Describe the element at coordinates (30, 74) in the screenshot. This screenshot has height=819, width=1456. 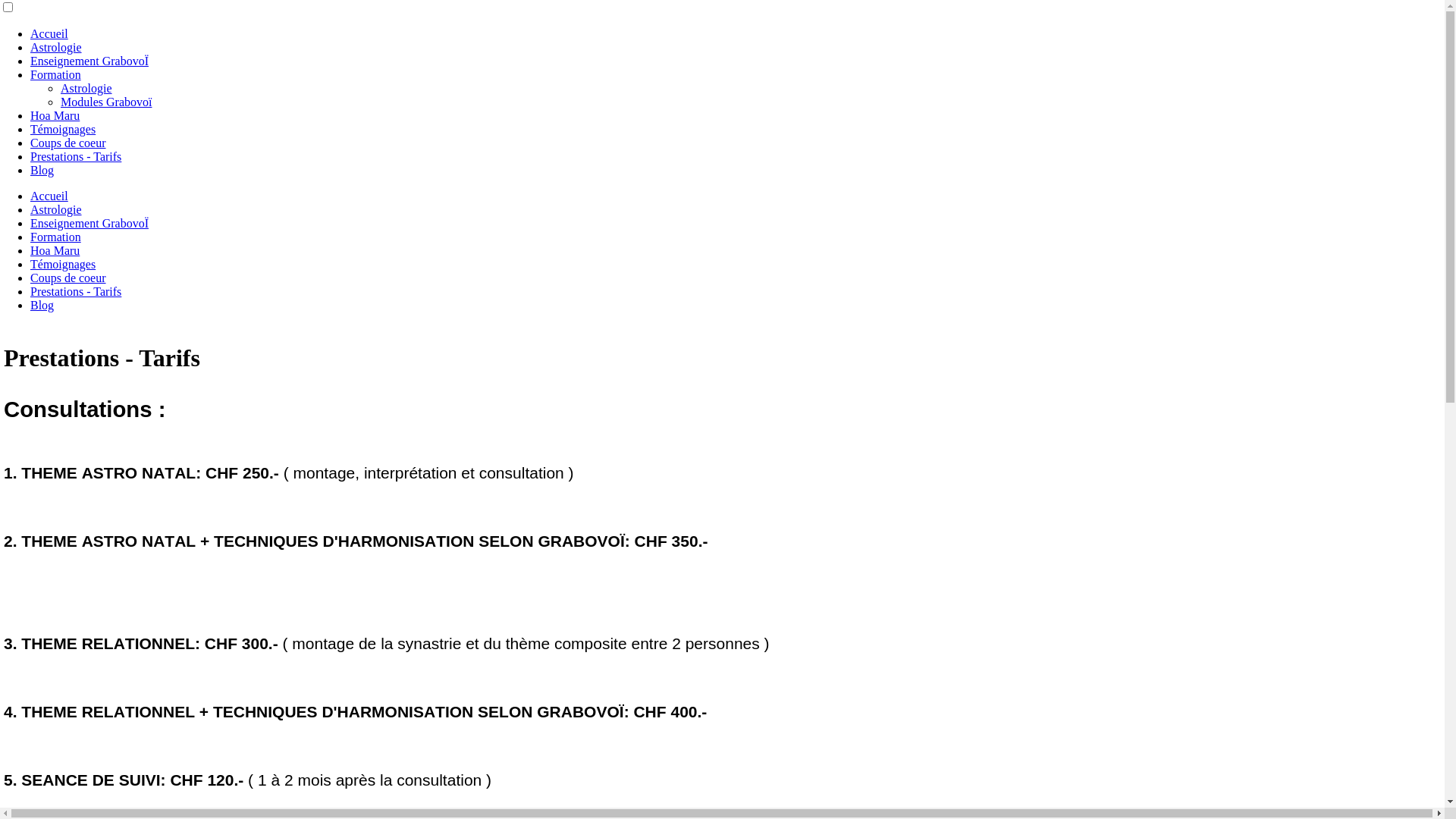
I see `'Formation'` at that location.